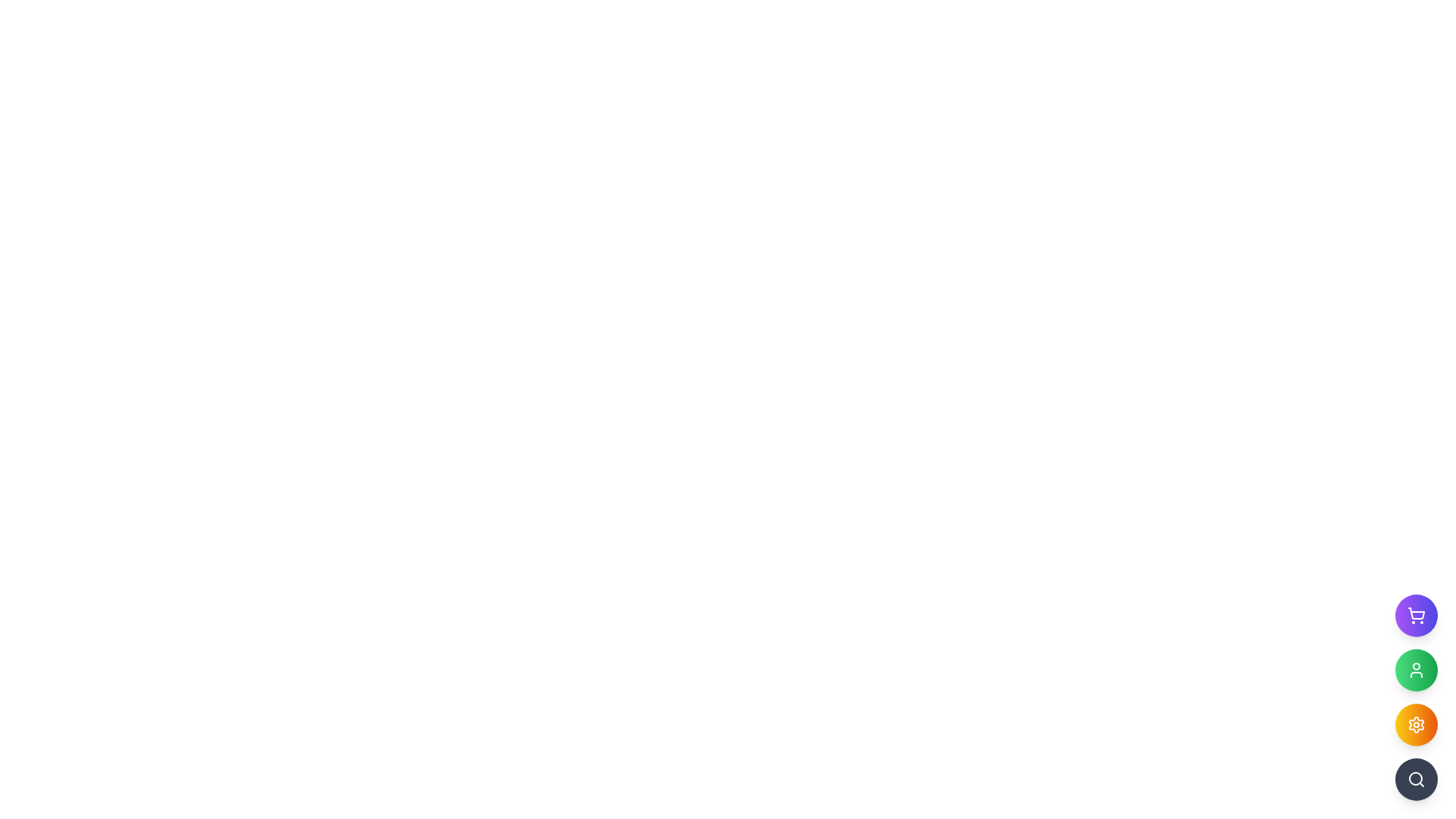 The height and width of the screenshot is (819, 1456). I want to click on the user icon button, which is the second button from the top, so click(1415, 669).